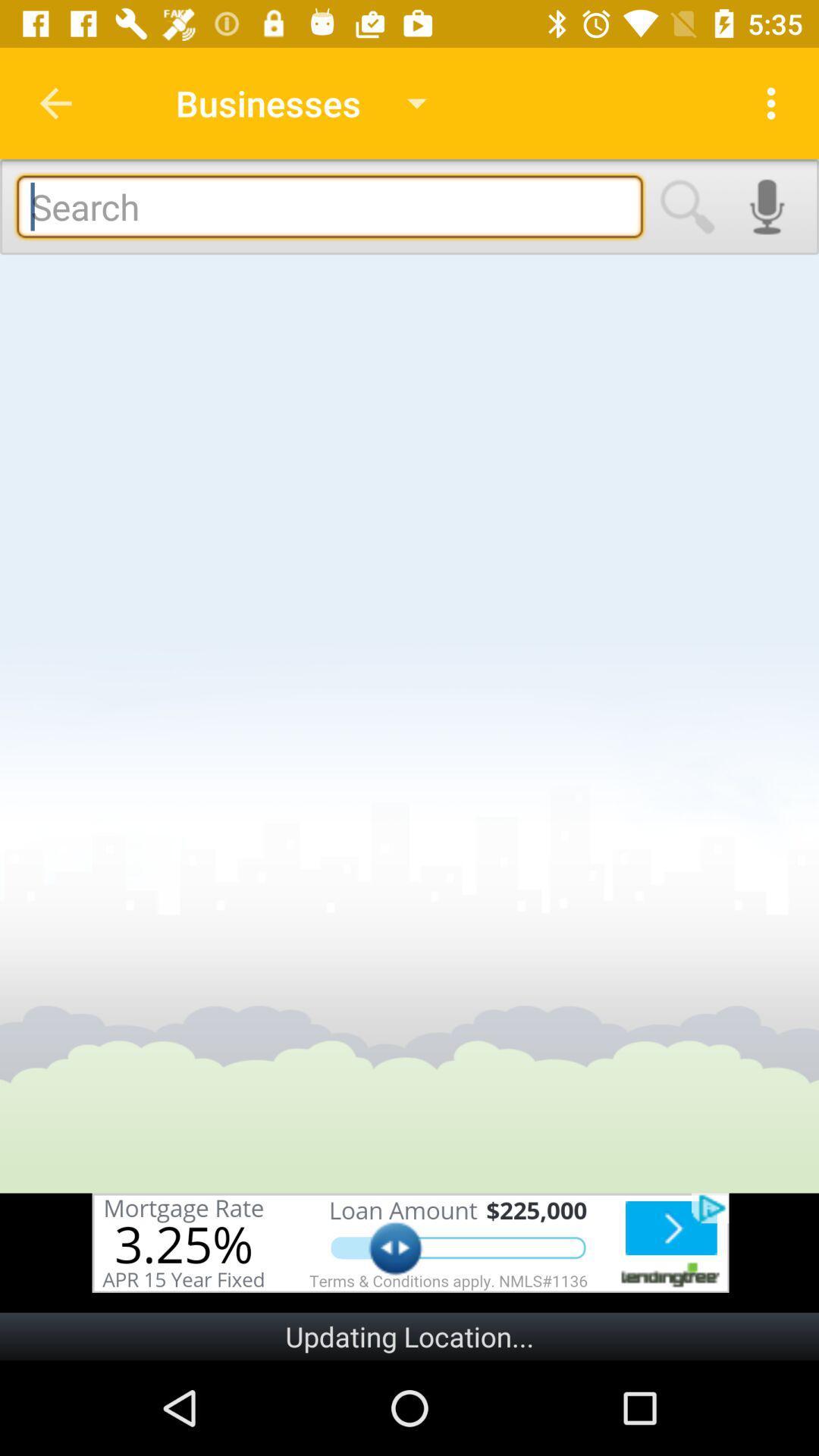 The image size is (819, 1456). Describe the element at coordinates (767, 206) in the screenshot. I see `speaker` at that location.